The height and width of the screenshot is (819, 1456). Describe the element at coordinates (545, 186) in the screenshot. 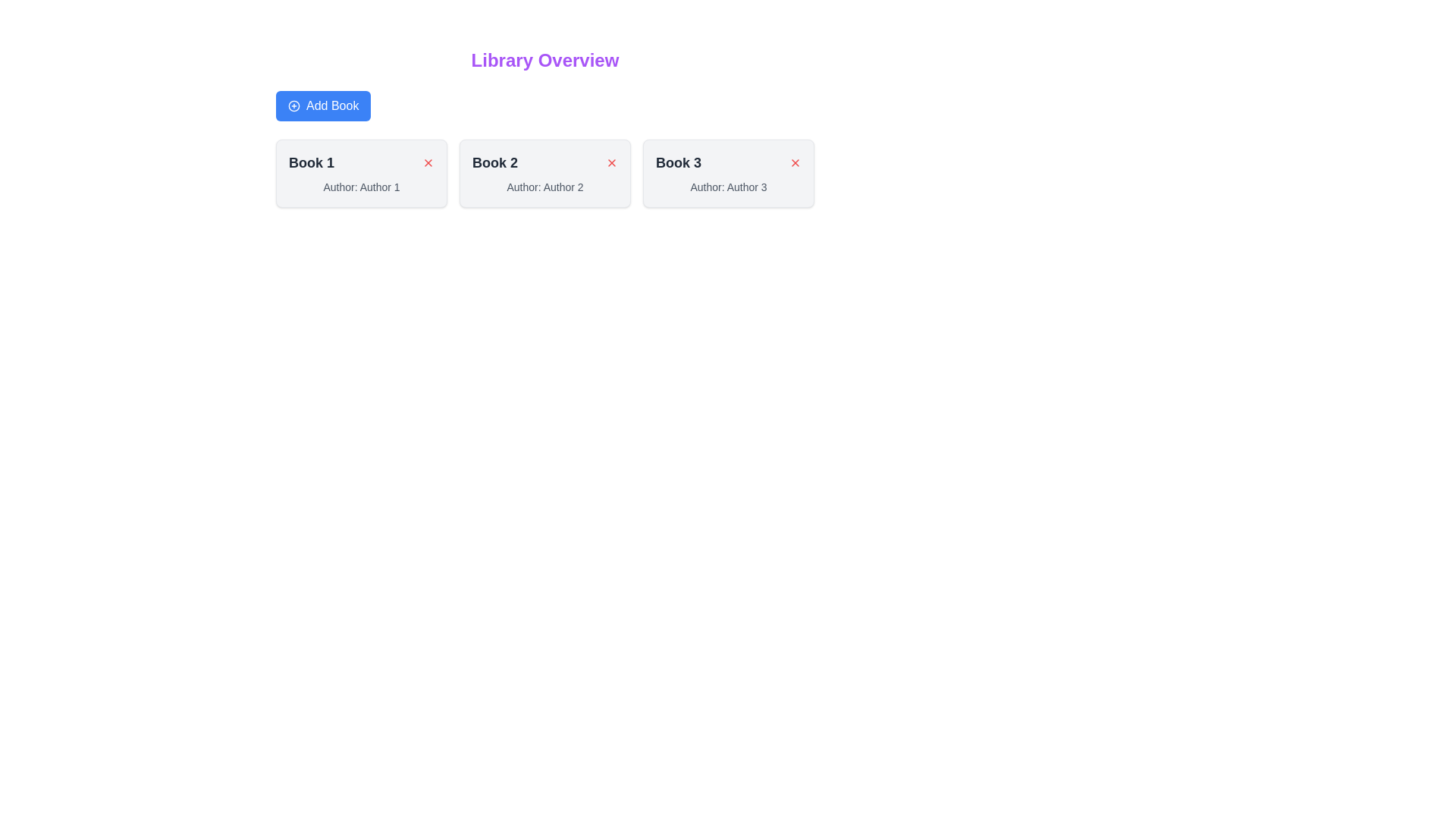

I see `the static text display showing the author's name for 'Book 2', located in the second card below the title` at that location.